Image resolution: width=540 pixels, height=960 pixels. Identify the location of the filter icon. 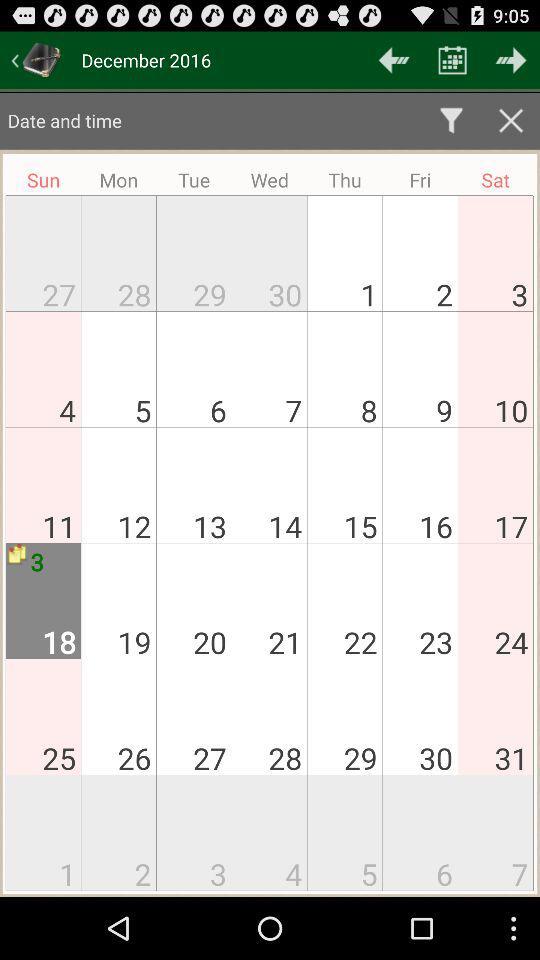
(451, 128).